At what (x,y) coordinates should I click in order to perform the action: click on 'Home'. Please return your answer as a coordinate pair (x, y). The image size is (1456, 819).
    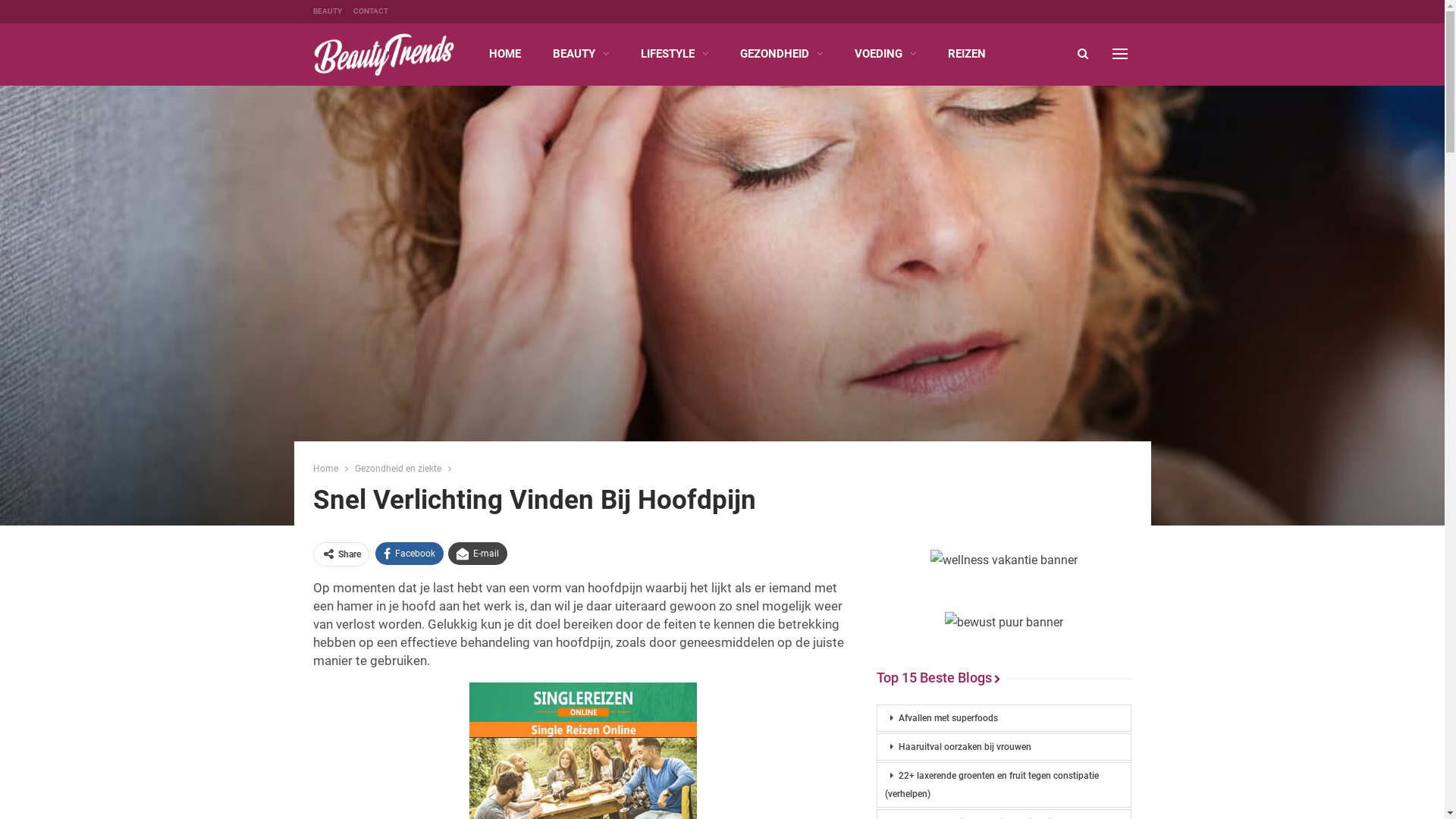
    Looking at the image, I should click on (324, 467).